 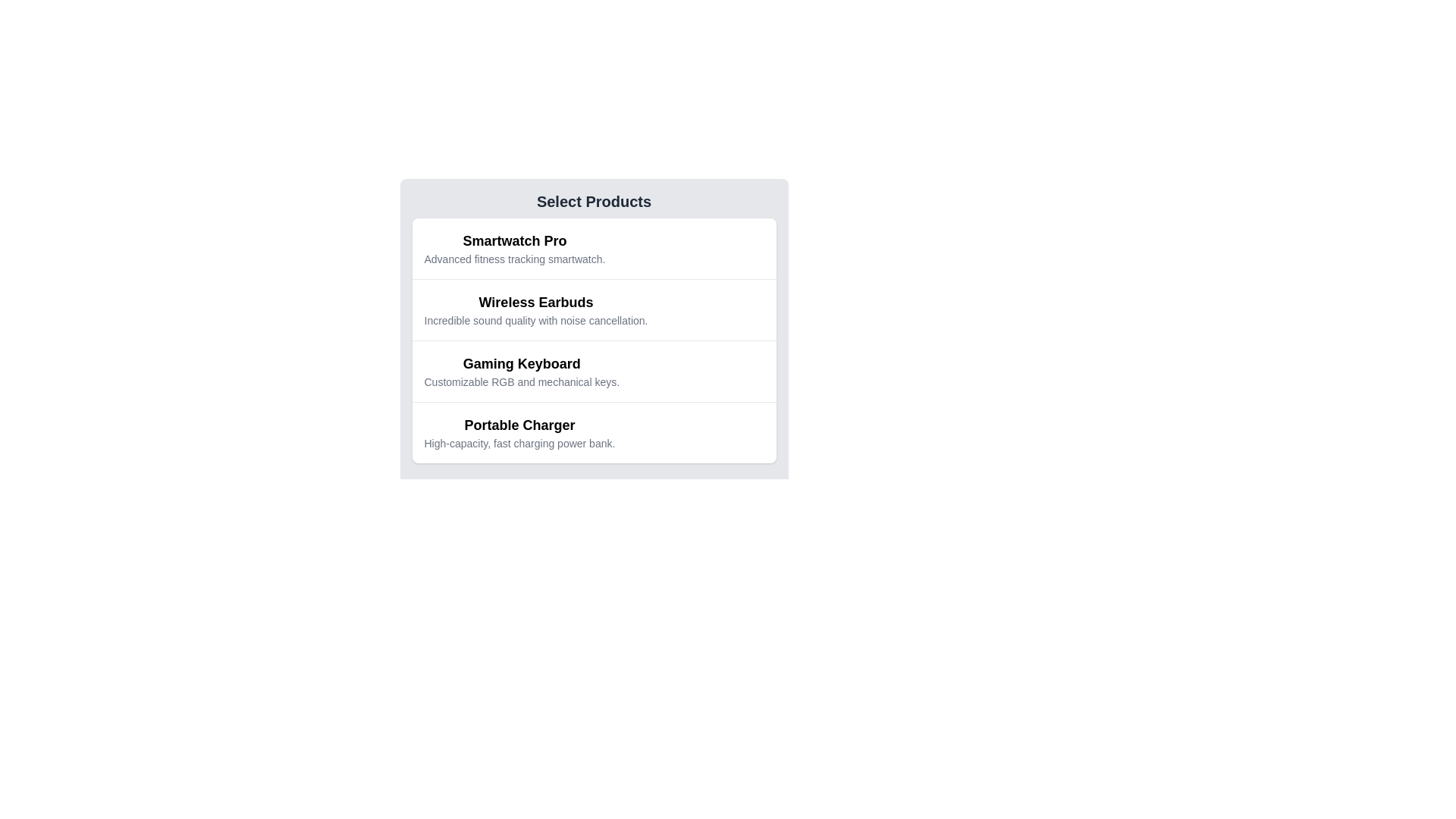 I want to click on the fourth list item labeled 'Portable Charger', so click(x=593, y=432).